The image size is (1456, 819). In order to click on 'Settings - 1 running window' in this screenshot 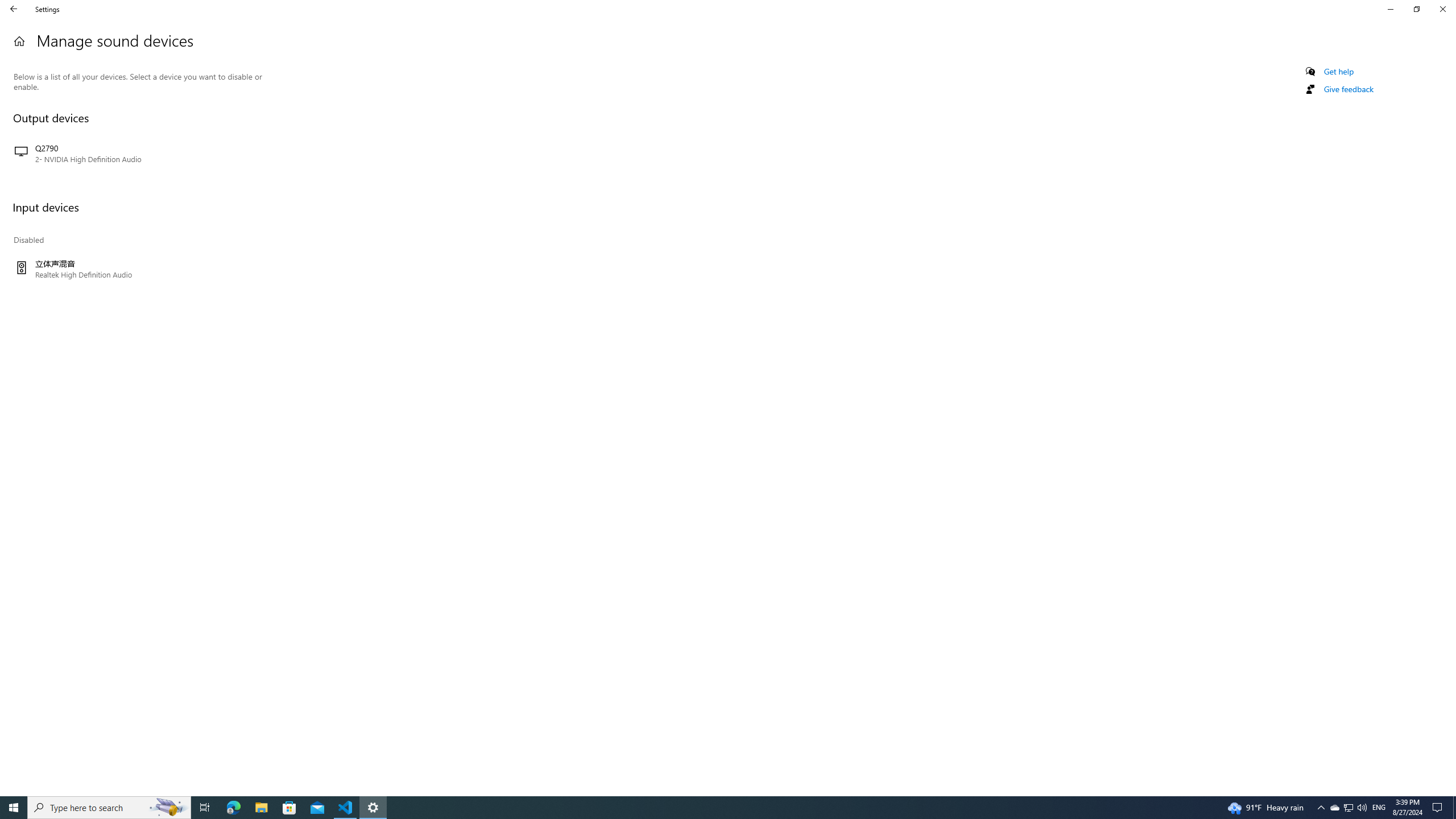, I will do `click(373, 806)`.